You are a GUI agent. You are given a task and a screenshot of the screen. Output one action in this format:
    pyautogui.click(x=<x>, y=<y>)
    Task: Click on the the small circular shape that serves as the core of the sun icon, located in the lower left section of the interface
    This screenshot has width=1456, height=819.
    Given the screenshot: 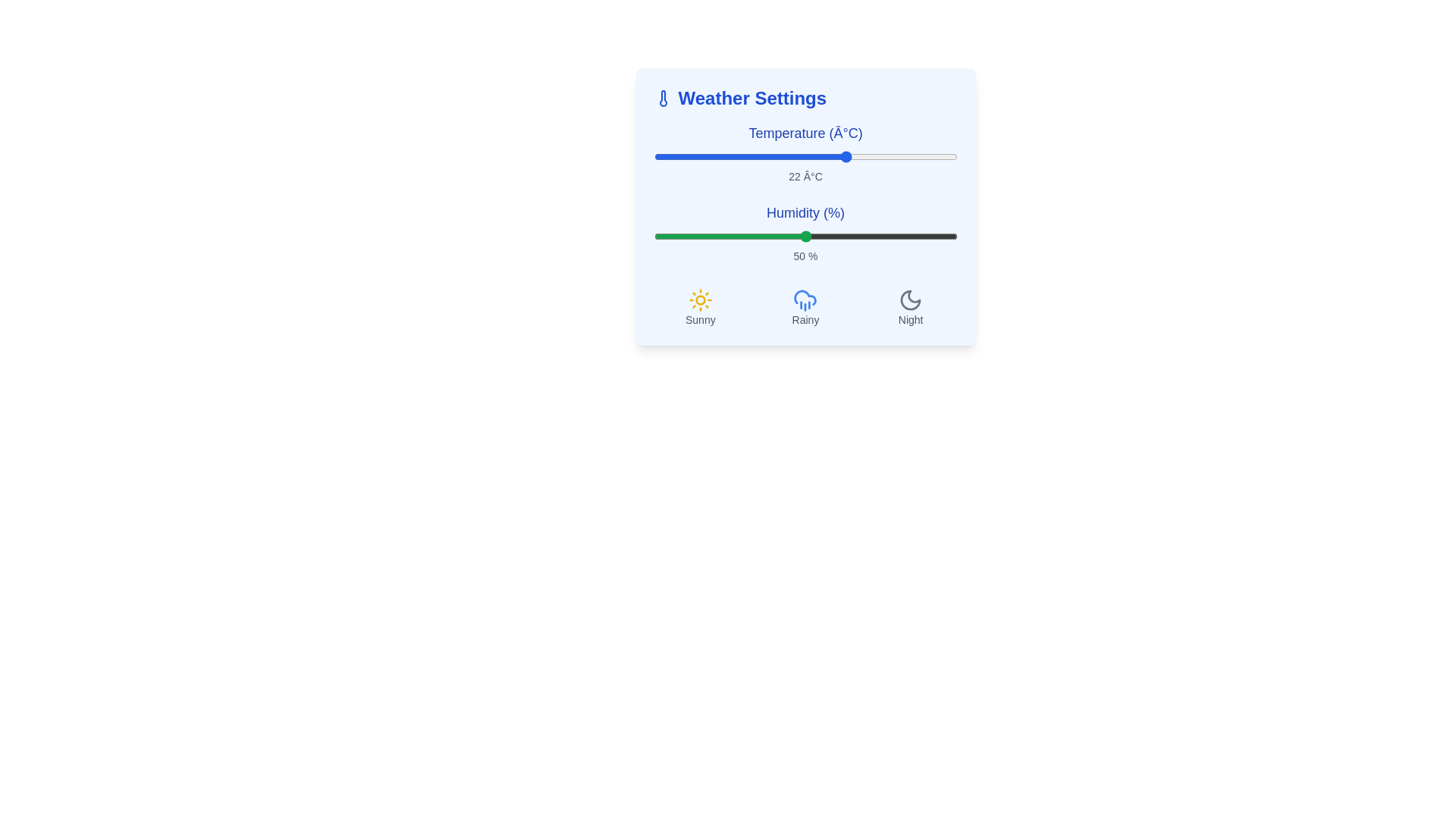 What is the action you would take?
    pyautogui.click(x=699, y=300)
    